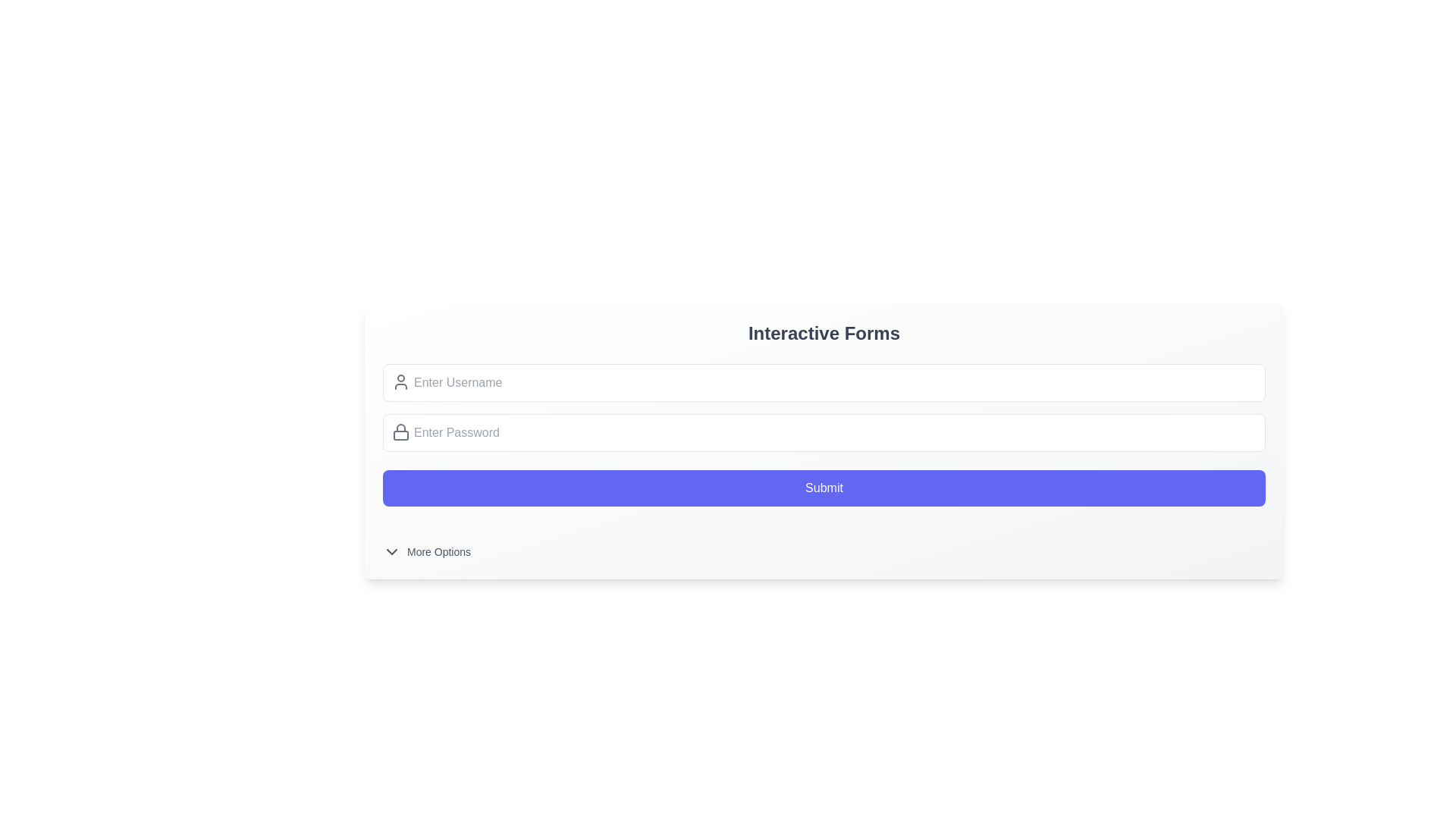  I want to click on the 'More Options' expandable menu trigger located beneath the 'Submit' button in the 'Interactive Forms' section, so click(823, 542).